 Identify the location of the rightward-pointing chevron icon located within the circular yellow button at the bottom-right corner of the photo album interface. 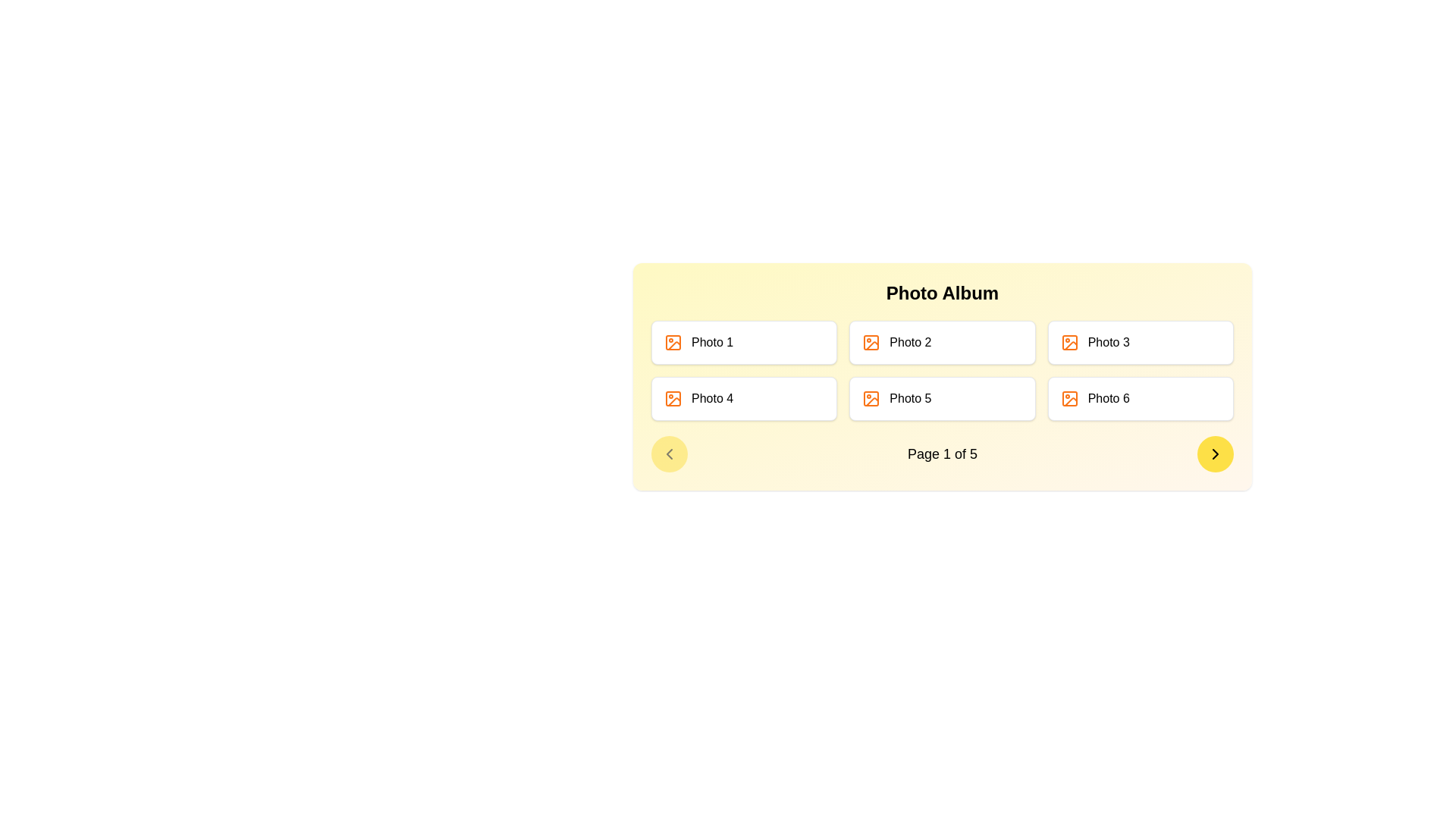
(1216, 453).